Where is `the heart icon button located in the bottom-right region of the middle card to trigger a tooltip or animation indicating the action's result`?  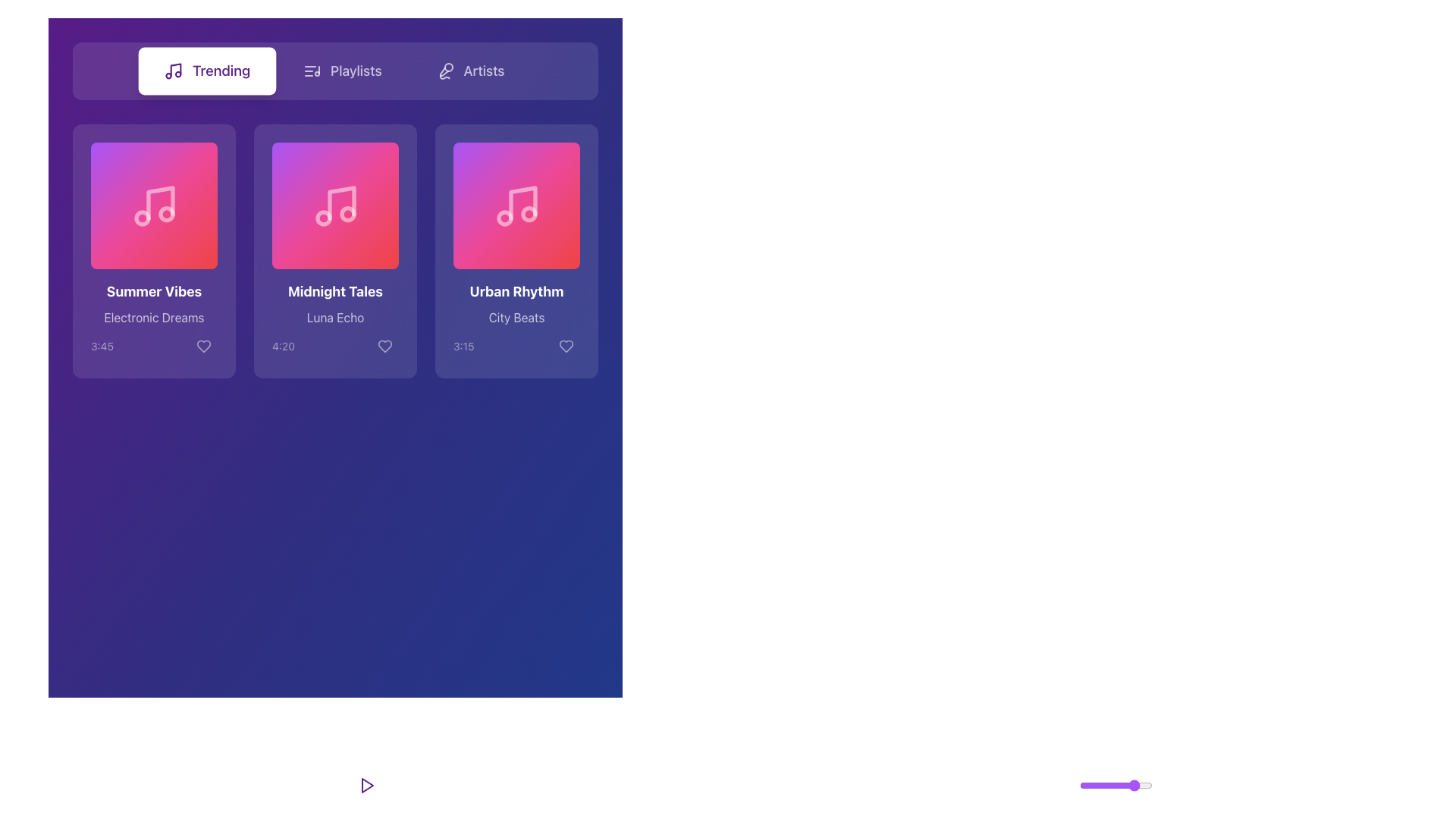
the heart icon button located in the bottom-right region of the middle card to trigger a tooltip or animation indicating the action's result is located at coordinates (385, 346).